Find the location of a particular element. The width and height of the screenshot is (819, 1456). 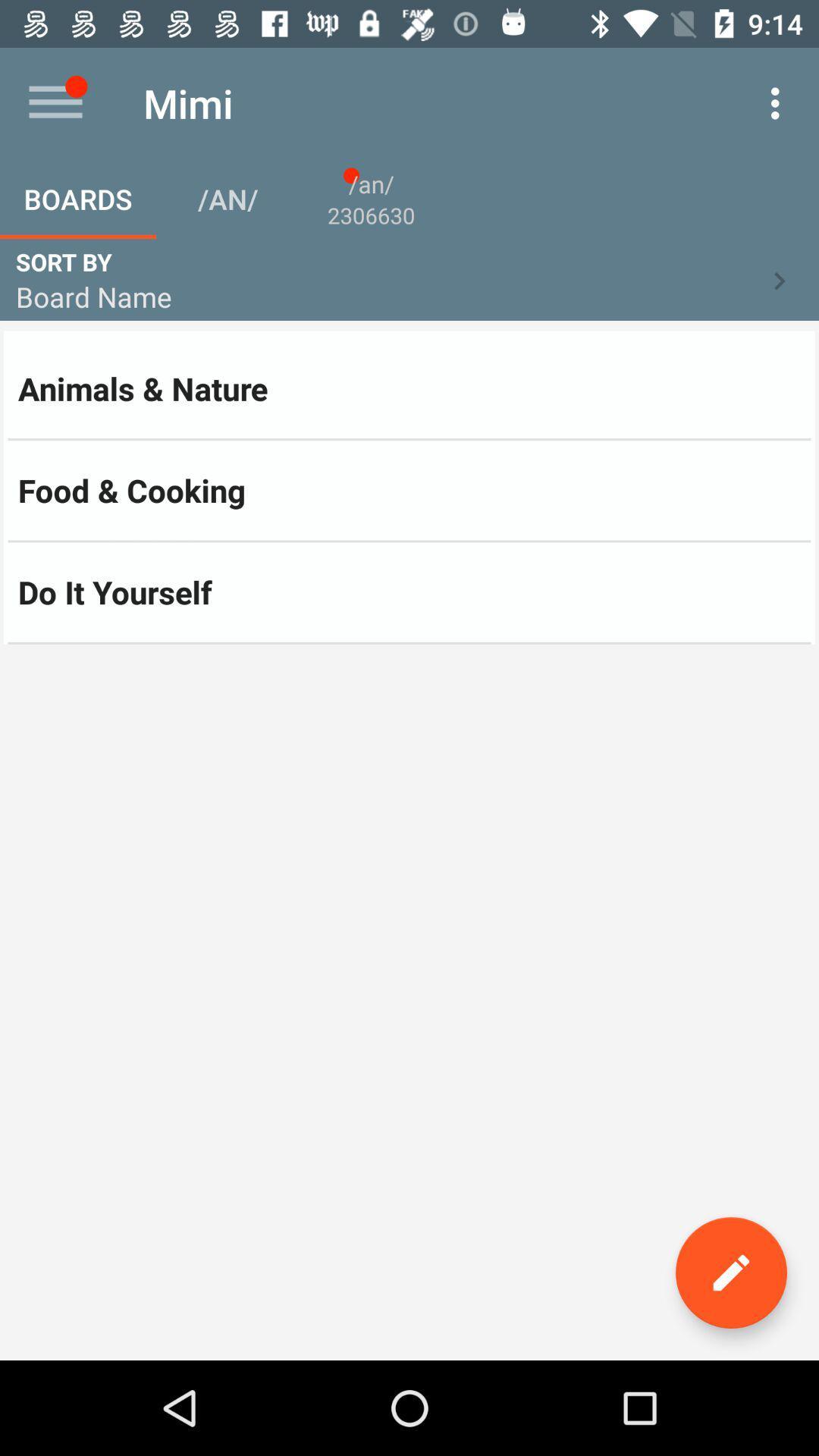

the edit icon is located at coordinates (730, 1272).